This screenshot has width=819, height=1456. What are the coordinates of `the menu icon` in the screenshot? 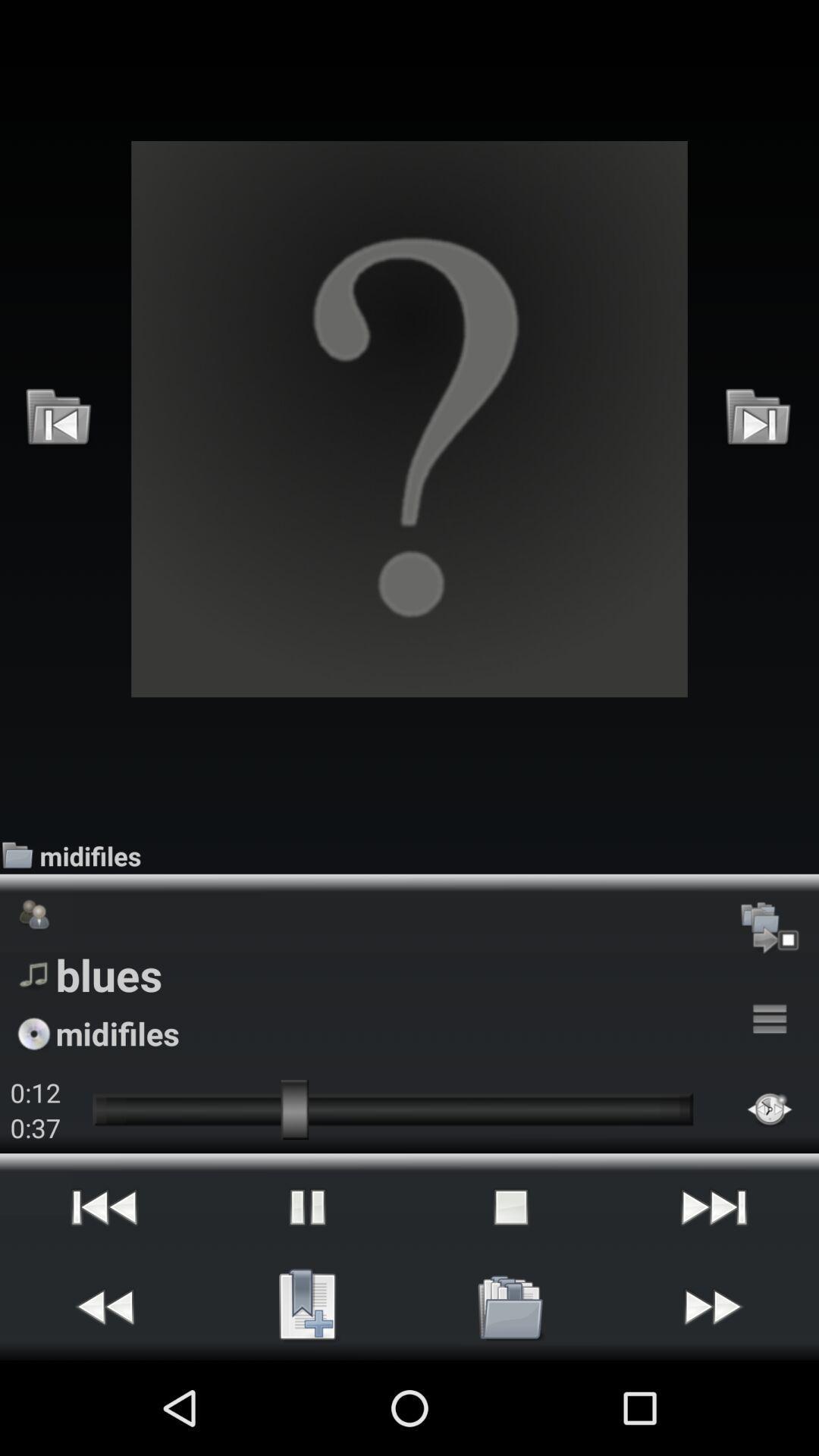 It's located at (770, 1090).